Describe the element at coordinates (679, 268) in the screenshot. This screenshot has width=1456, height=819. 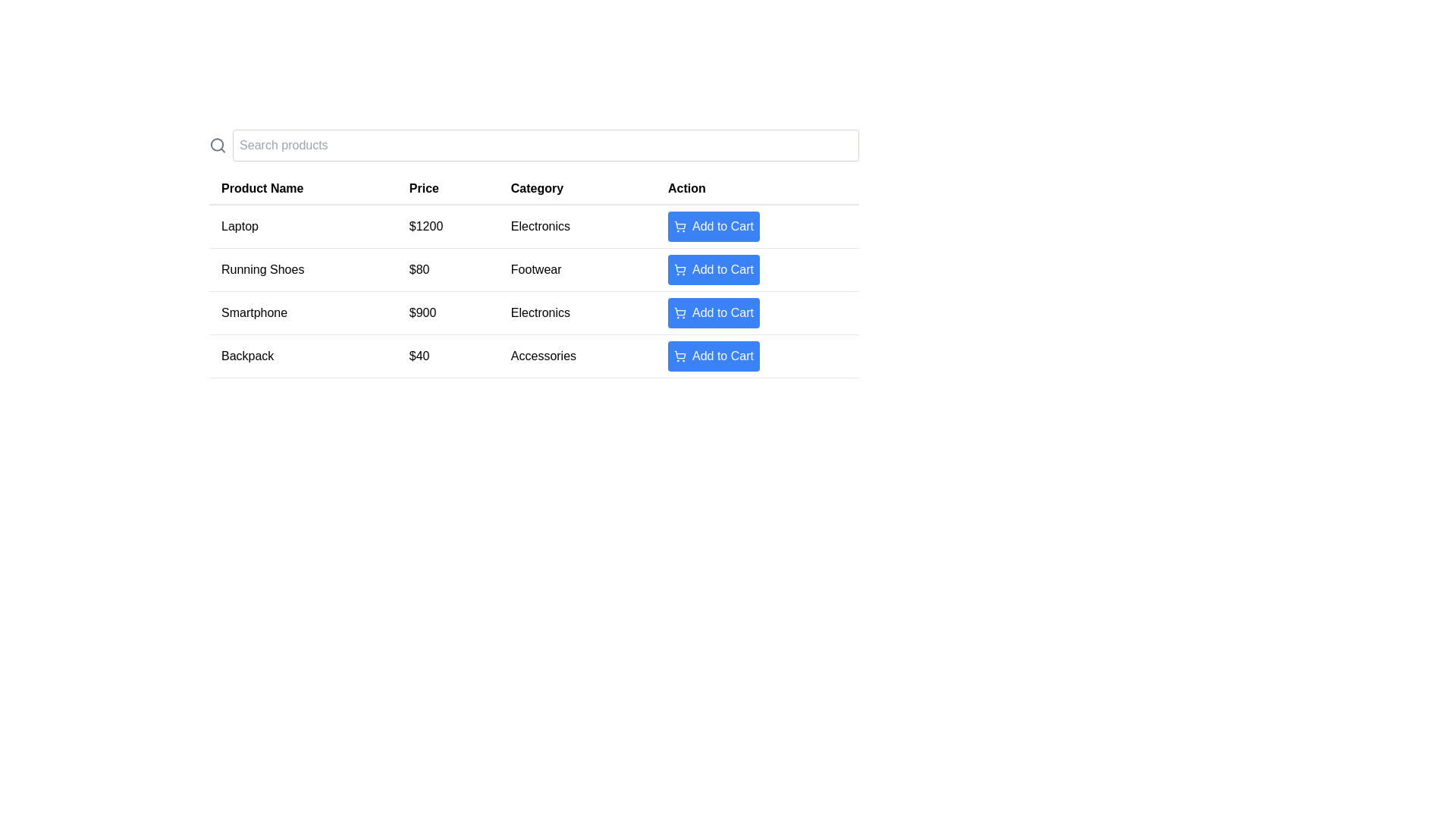
I see `the shopping cart icon on the 'Add to Cart' button for the 'Running Shoes' product, which is located in the second row of the 'Action' column in the table layout` at that location.